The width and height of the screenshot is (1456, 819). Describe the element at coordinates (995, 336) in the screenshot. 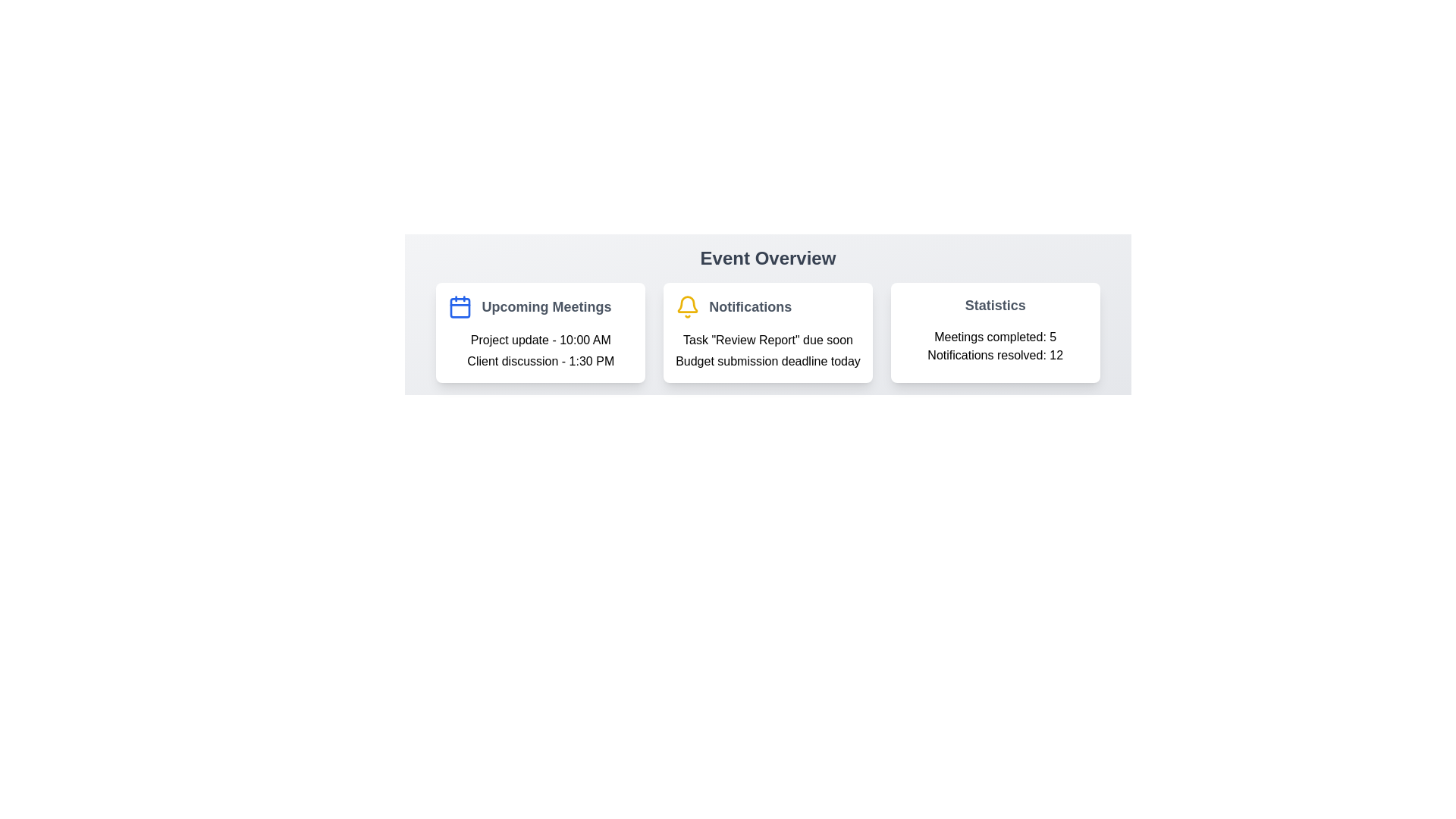

I see `static text displaying the number of meetings completed, located in the statistics card labeled 'Statistics', positioned below the header and above 'Notifications resolved: 12'` at that location.